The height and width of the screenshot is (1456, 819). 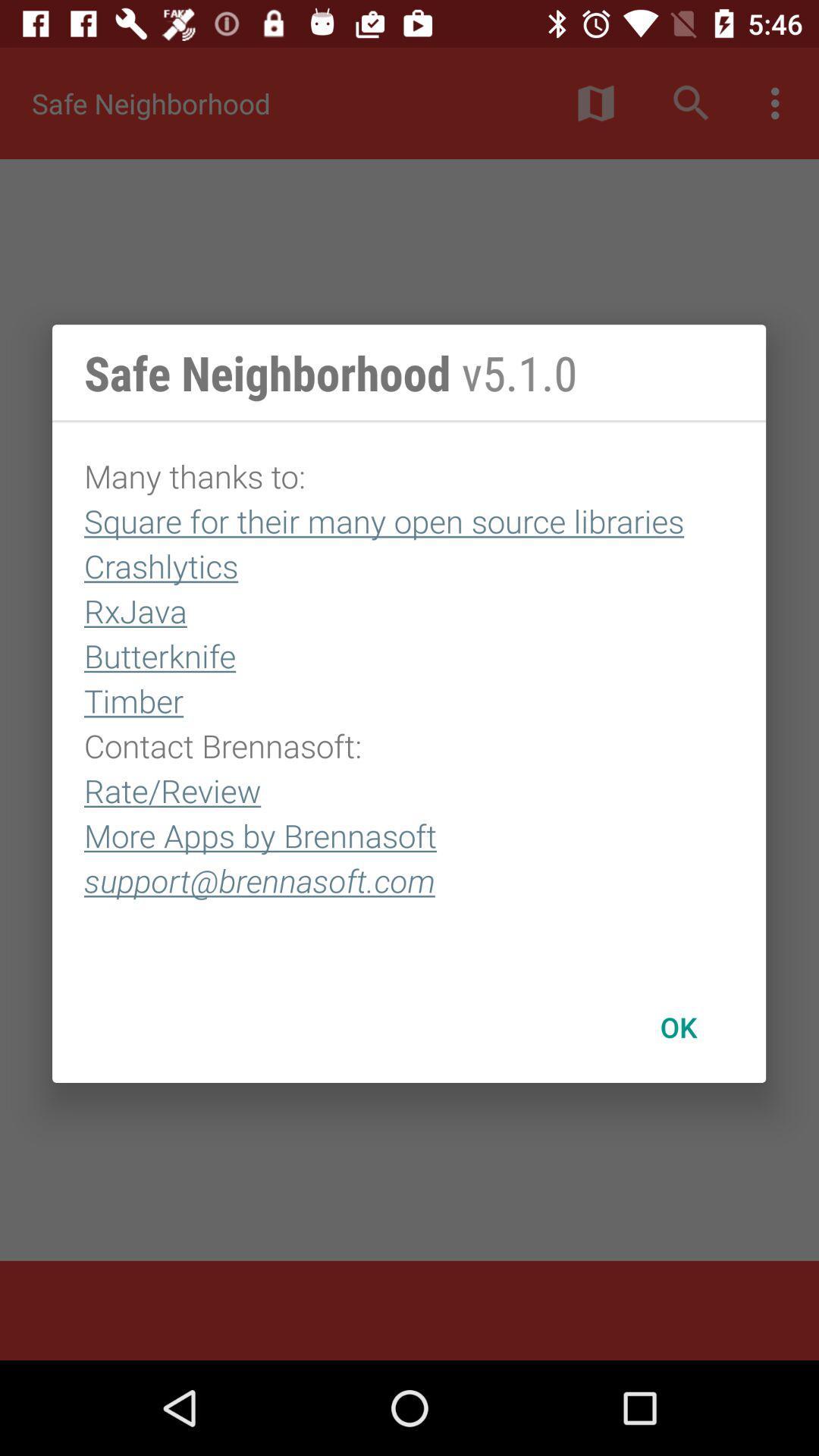 I want to click on the icon at the bottom right corner, so click(x=677, y=1027).